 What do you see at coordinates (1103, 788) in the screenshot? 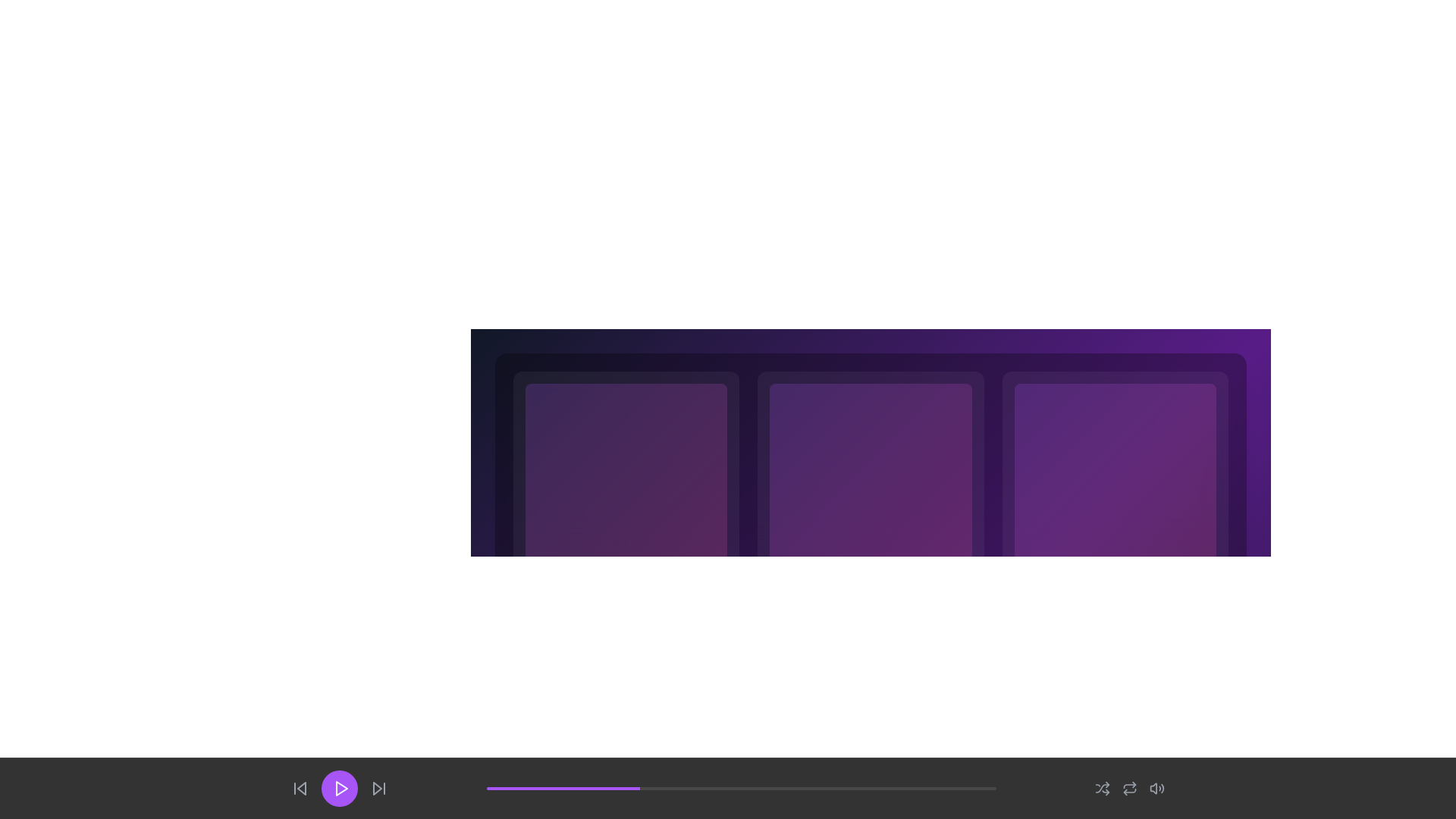
I see `the leftmost icon button, which resembles a shuffle symbol in a grayish tone, located in the dark-themed bottom control bar` at bounding box center [1103, 788].